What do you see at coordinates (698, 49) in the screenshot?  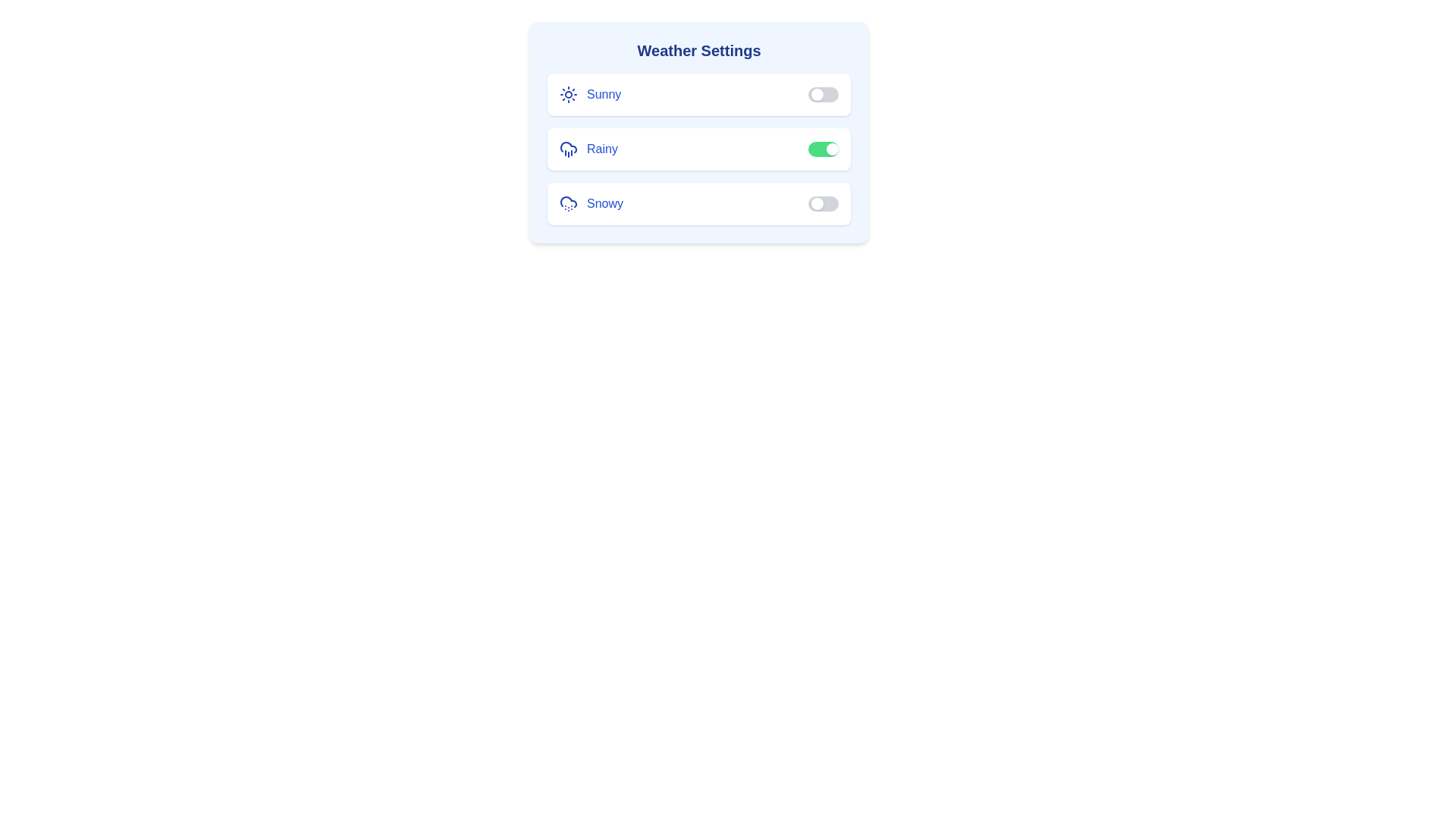 I see `the 'Weather Settings' text label, which is styled in bold and centered with a deep blue color on a light blue background, positioned above the weather option toggles` at bounding box center [698, 49].